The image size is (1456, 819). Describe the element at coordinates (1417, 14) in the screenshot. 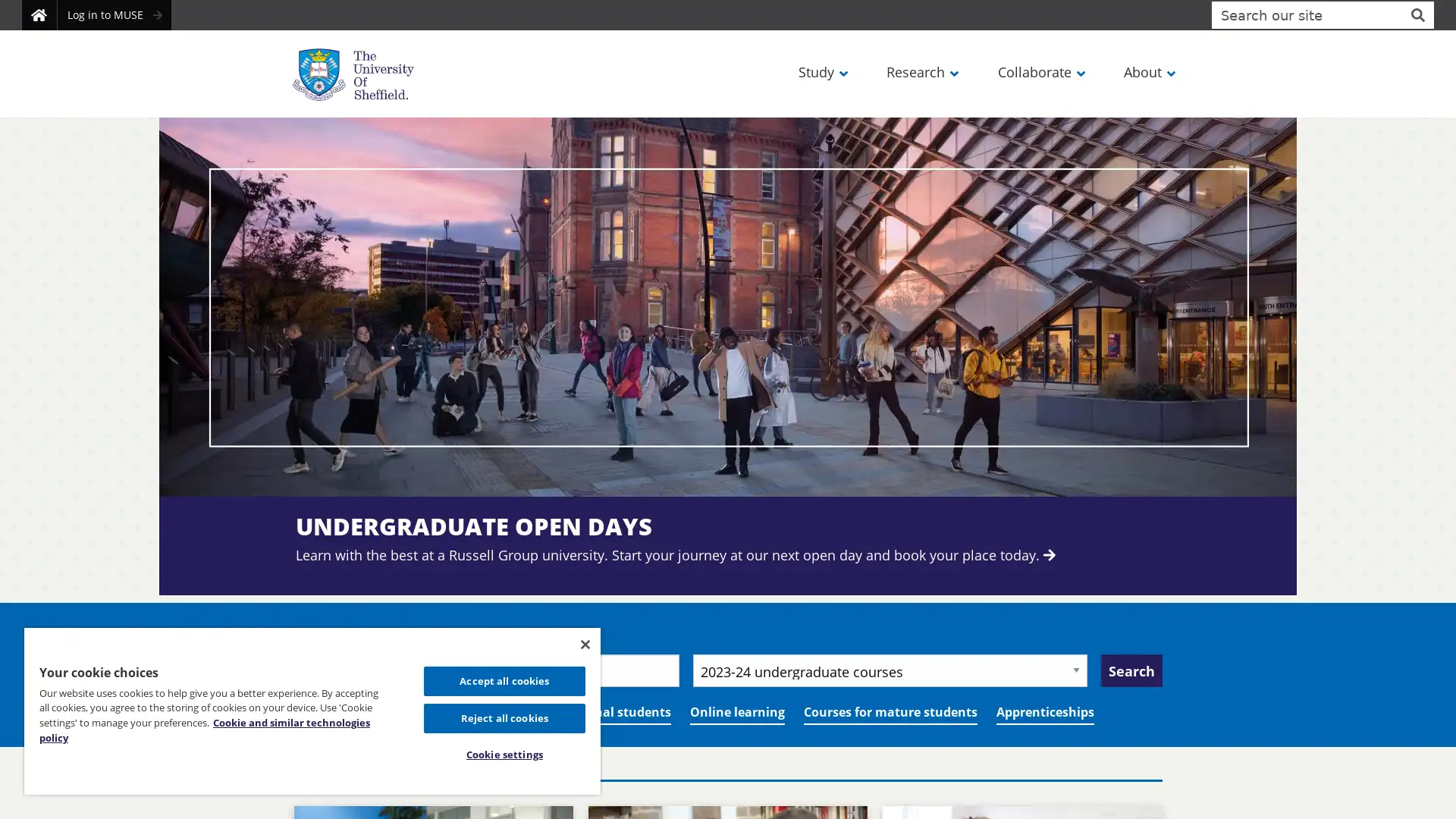

I see `Site search` at that location.